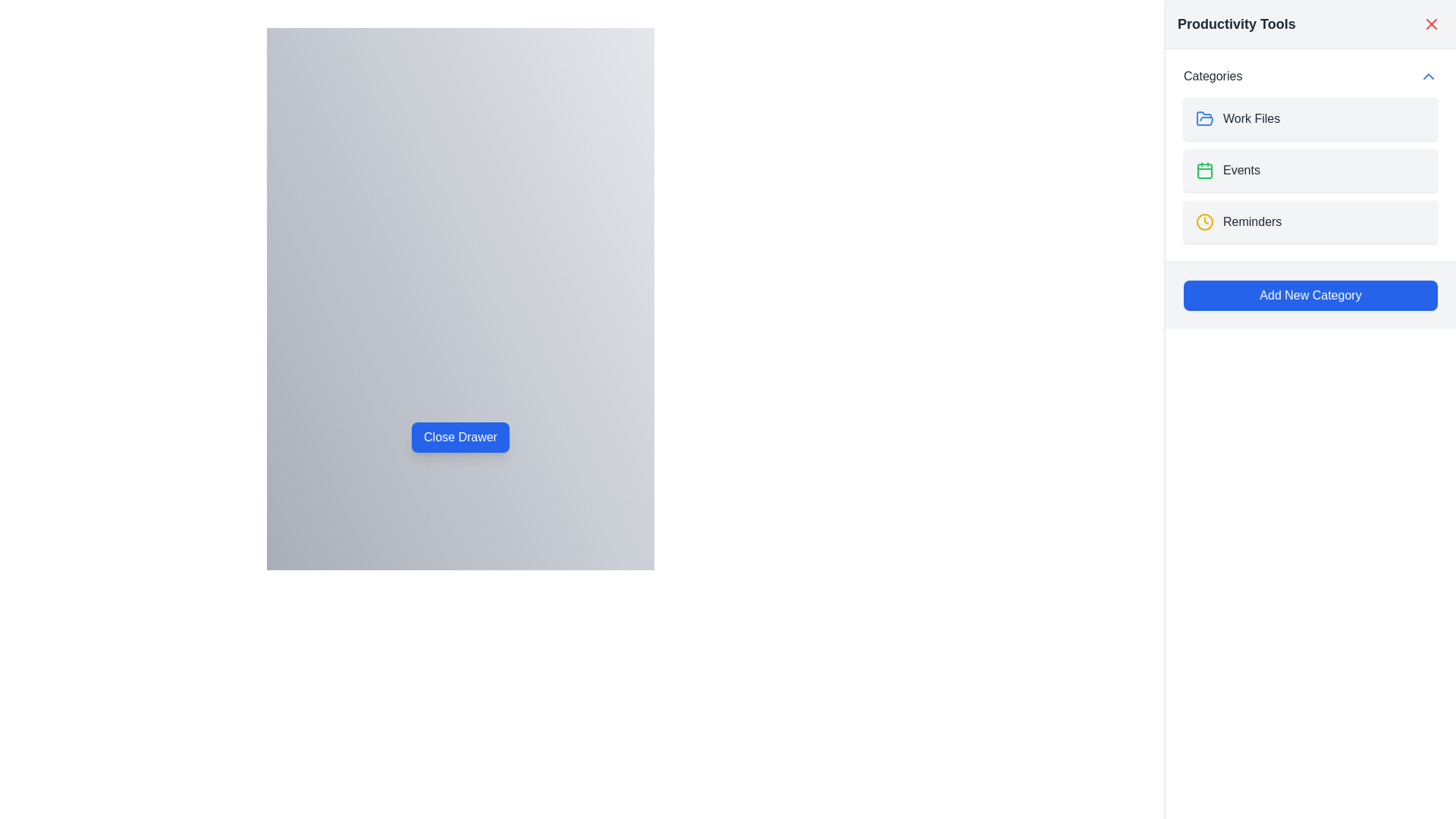 This screenshot has width=1456, height=819. I want to click on the 'Work Files' text label styled in gray, located next to a blue folder icon within the first item of the 'Categories' section on the right-side panel, so click(1251, 118).